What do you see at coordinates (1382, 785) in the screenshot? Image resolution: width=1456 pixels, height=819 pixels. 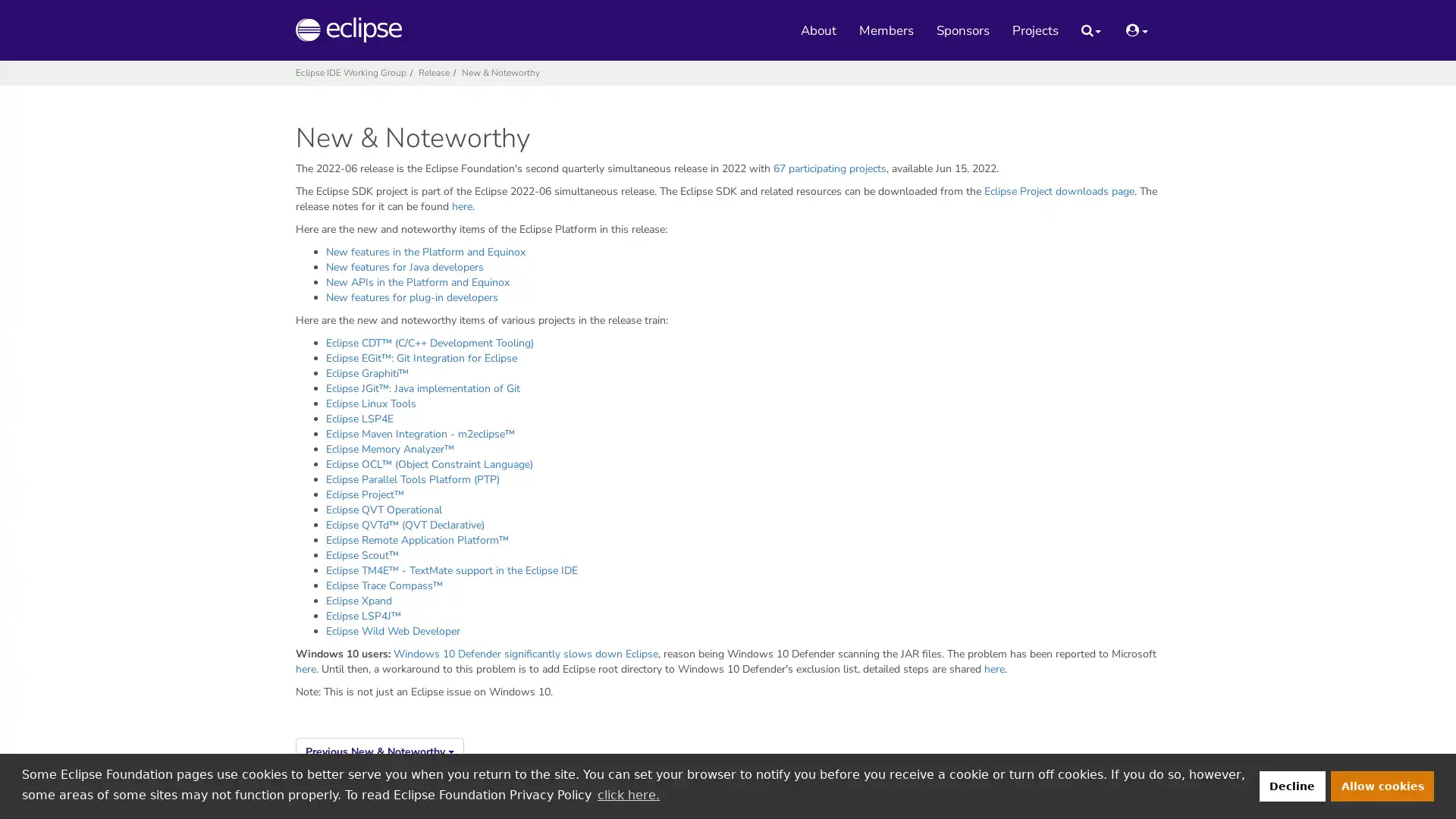 I see `allow cookies` at bounding box center [1382, 785].